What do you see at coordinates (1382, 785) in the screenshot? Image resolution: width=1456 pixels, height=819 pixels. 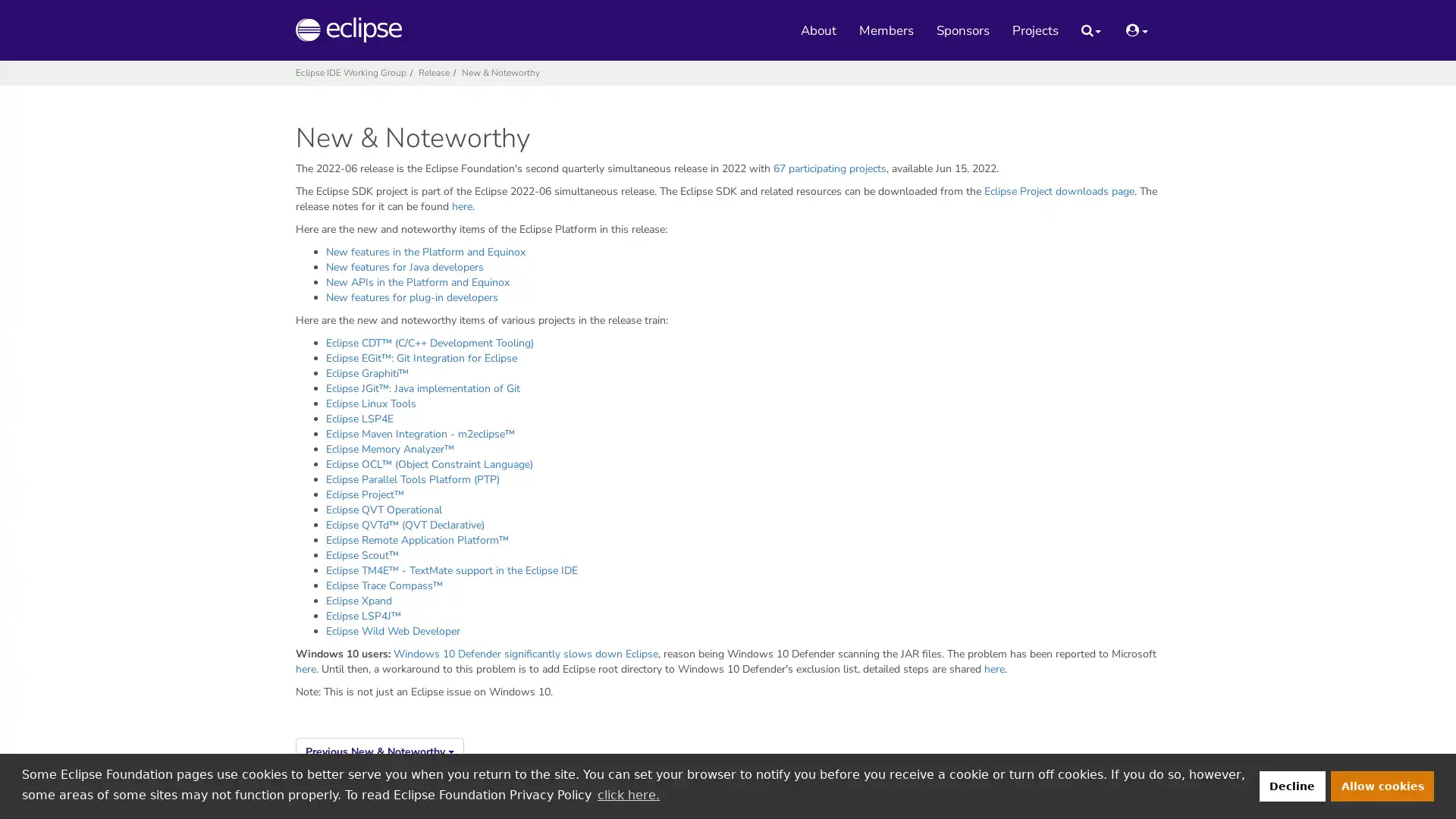 I see `allow cookies` at bounding box center [1382, 785].